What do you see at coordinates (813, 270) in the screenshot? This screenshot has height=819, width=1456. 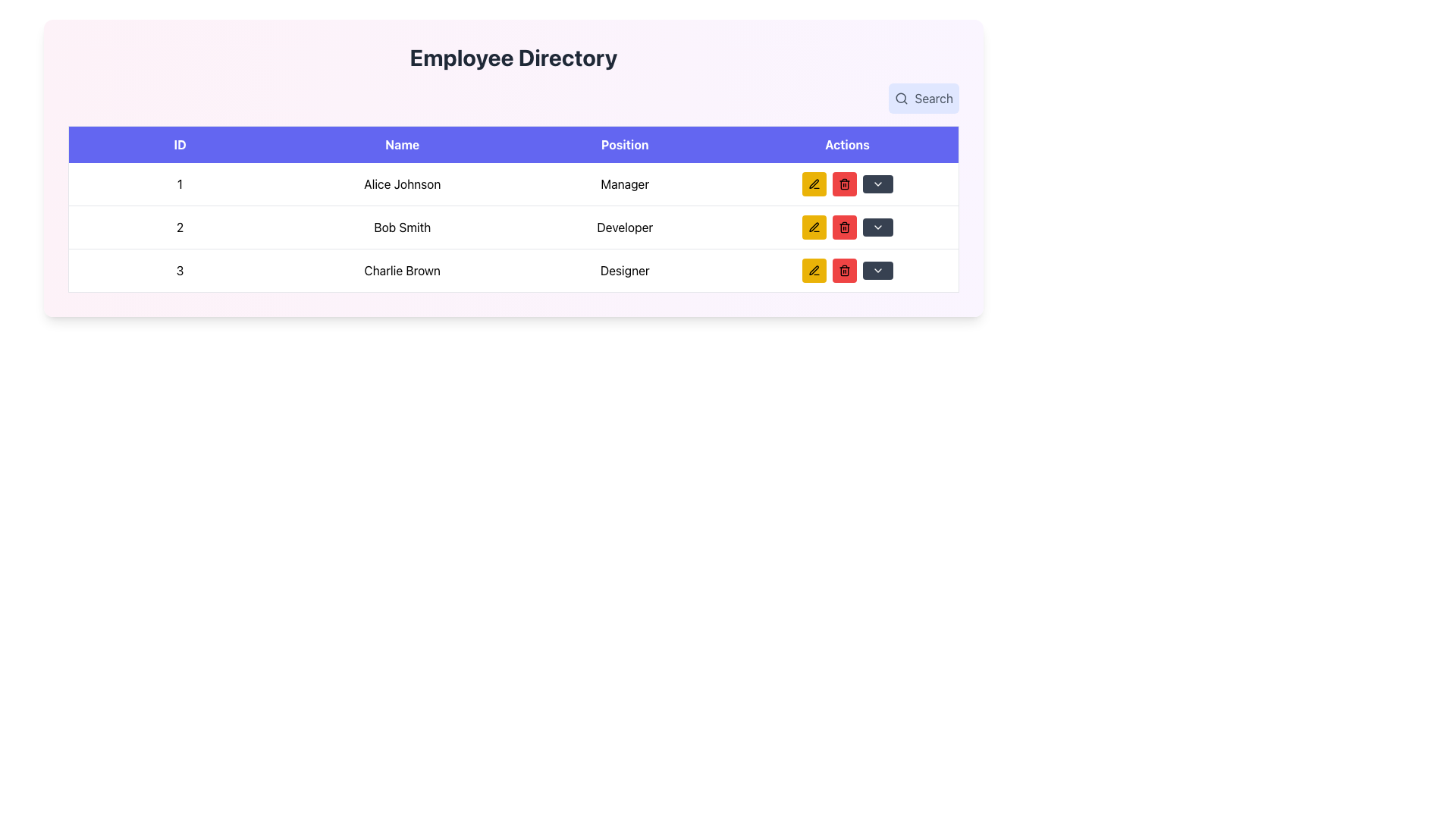 I see `the 'Edit' button for the employee 'Charlie Brown' in the third row of the 'Actions' column` at bounding box center [813, 270].